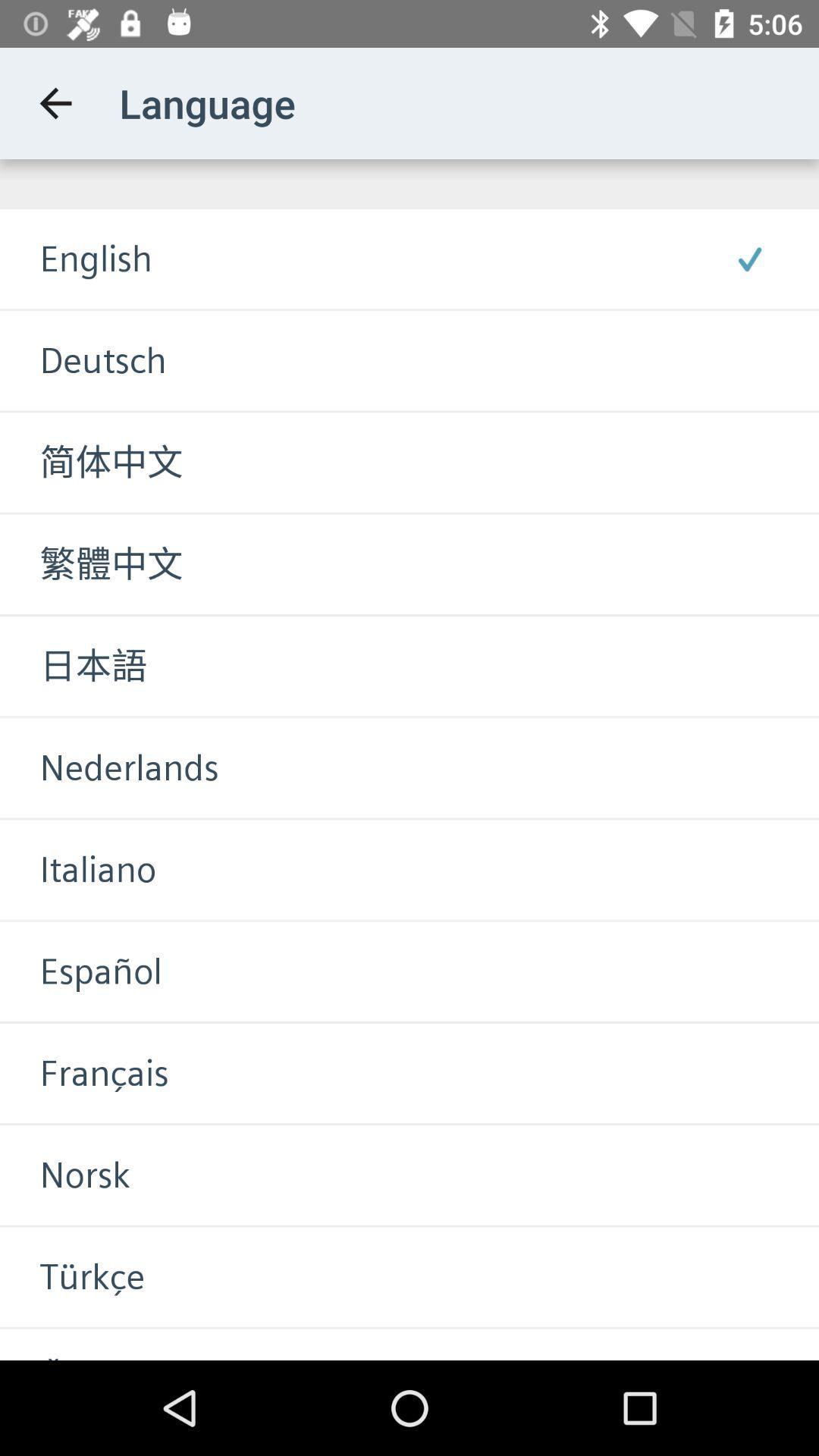  I want to click on item next to language icon, so click(55, 102).